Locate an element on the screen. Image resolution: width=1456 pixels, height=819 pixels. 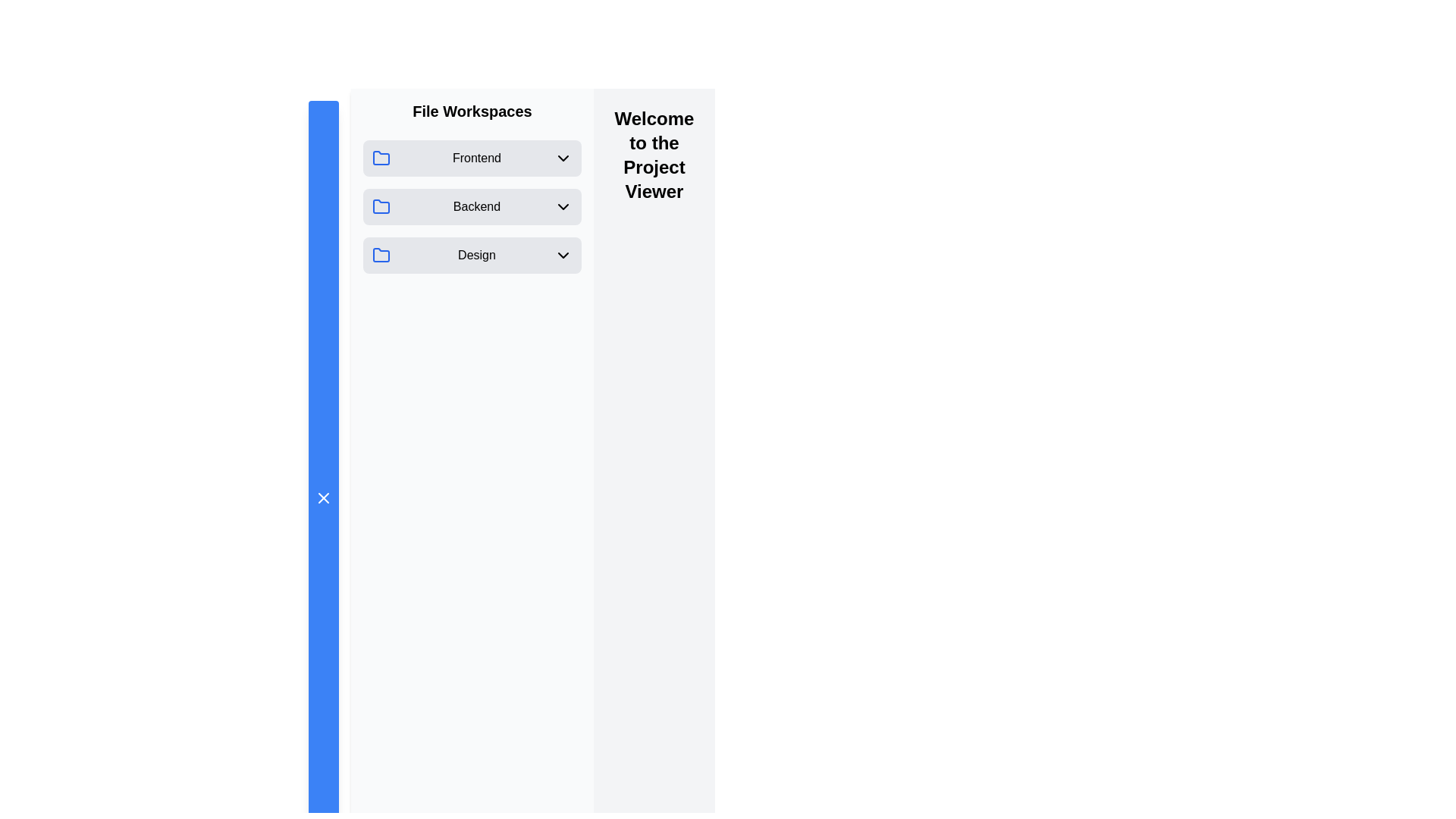
the selectable workspace item labeled 'Design', which is the third item under the 'File Workspaces' section in the left sidebar panel is located at coordinates (472, 254).